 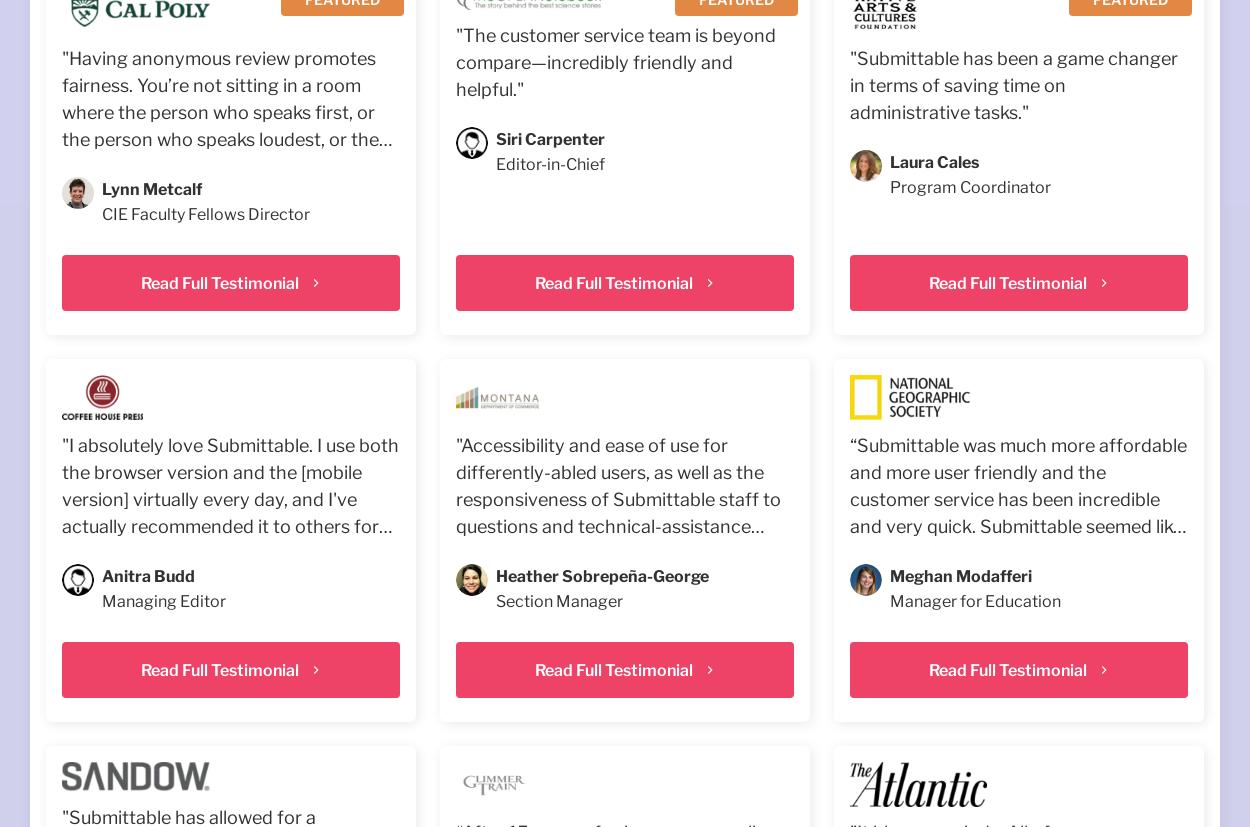 What do you see at coordinates (558, 601) in the screenshot?
I see `'Section Manager'` at bounding box center [558, 601].